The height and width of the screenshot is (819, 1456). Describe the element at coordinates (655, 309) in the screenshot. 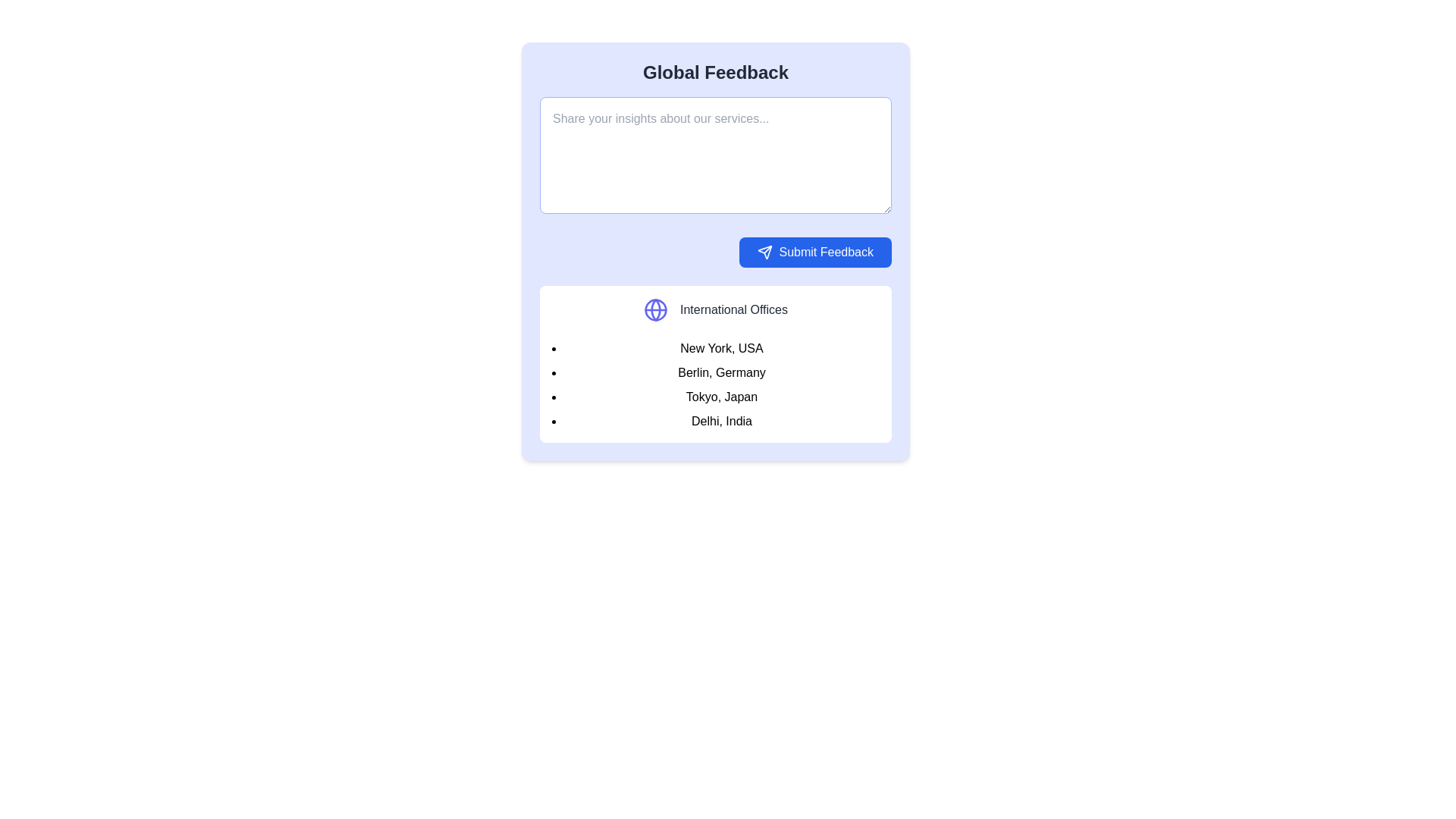

I see `the decorative circular element outlined in blue, which is part of the globe icon on the left side of the 'International Offices' section` at that location.